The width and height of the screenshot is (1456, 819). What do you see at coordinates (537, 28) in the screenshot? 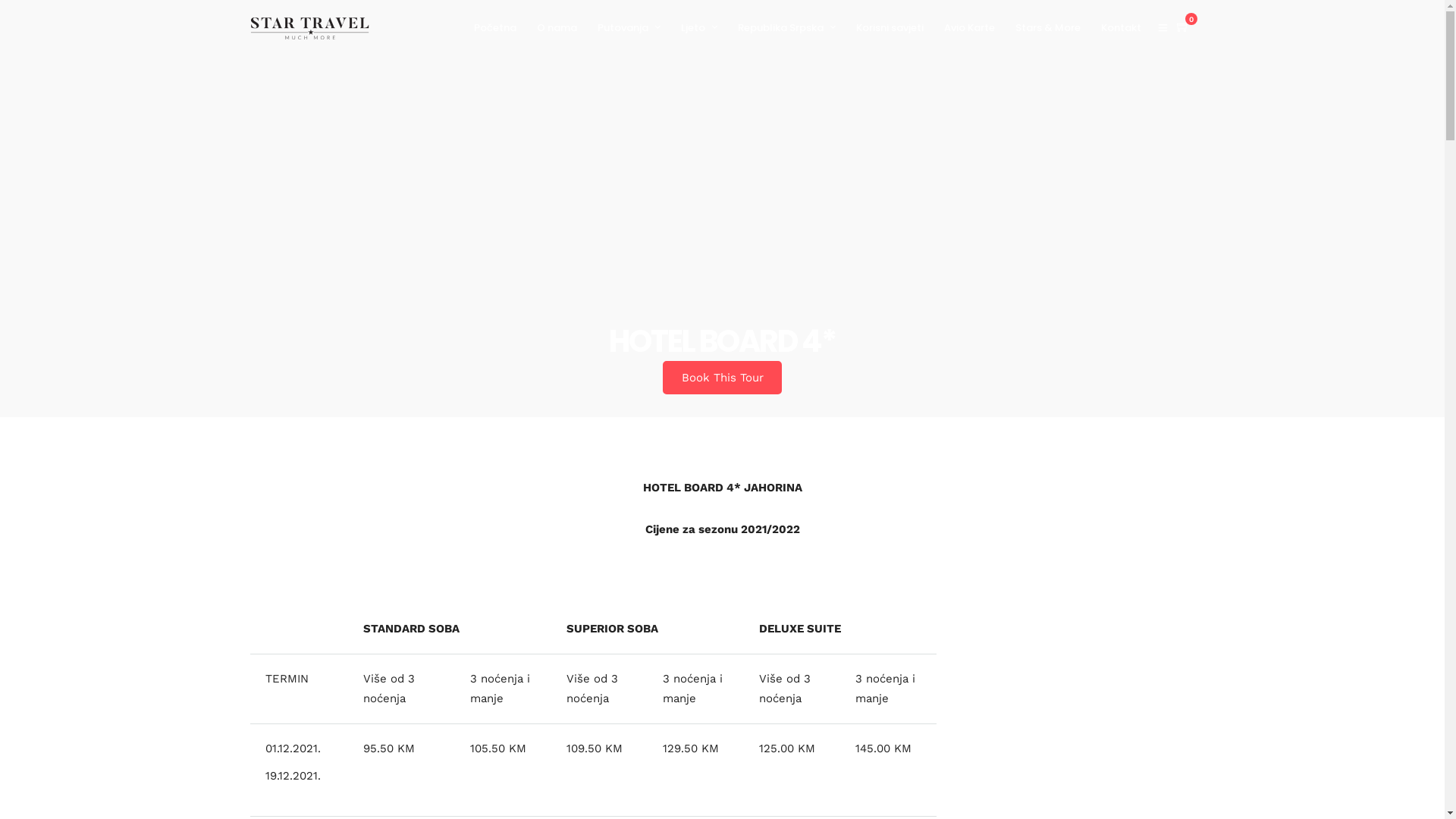
I see `'O nama'` at bounding box center [537, 28].